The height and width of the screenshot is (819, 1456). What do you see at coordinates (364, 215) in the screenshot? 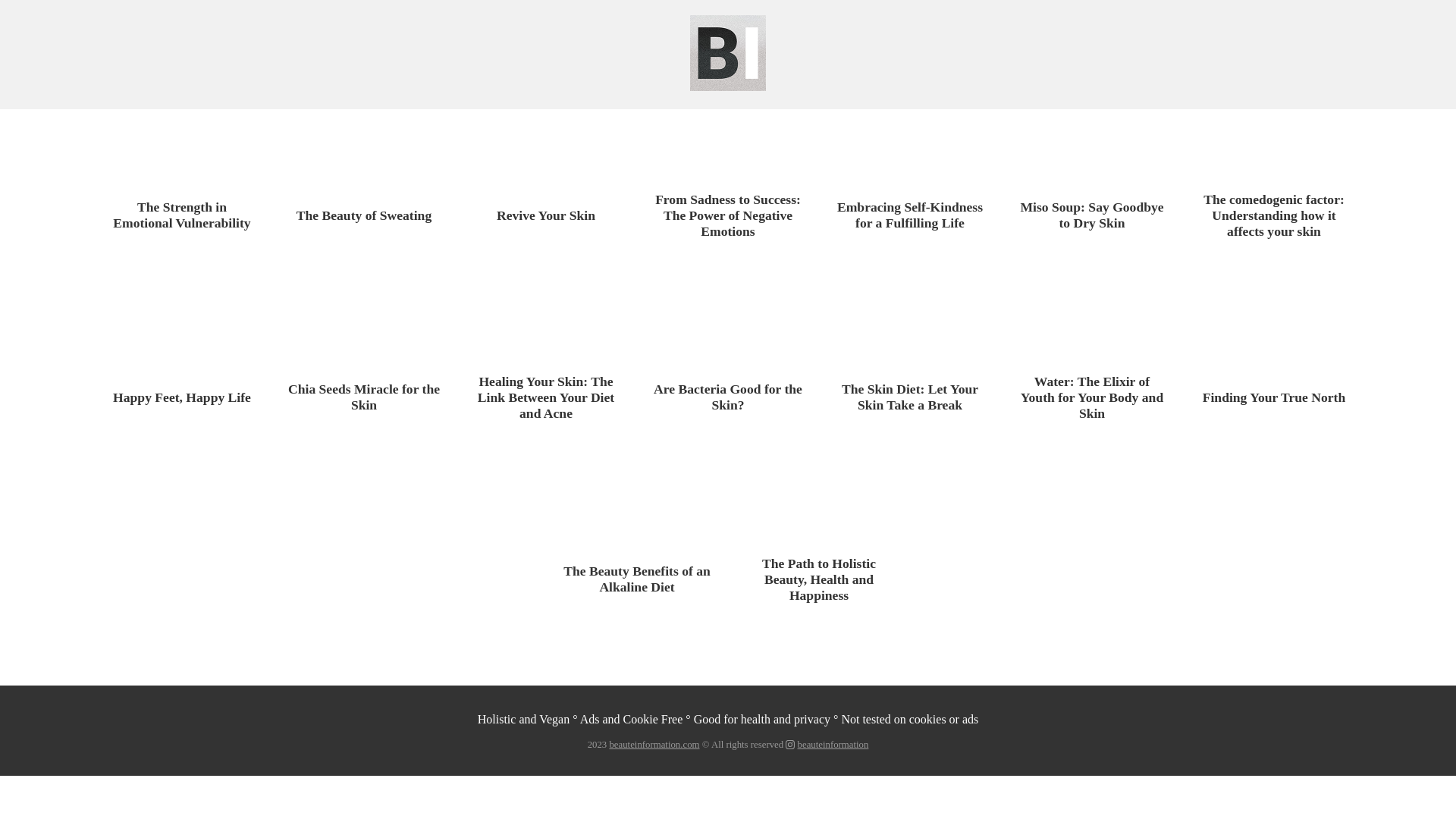
I see `'The Beauty of Sweating'` at bounding box center [364, 215].